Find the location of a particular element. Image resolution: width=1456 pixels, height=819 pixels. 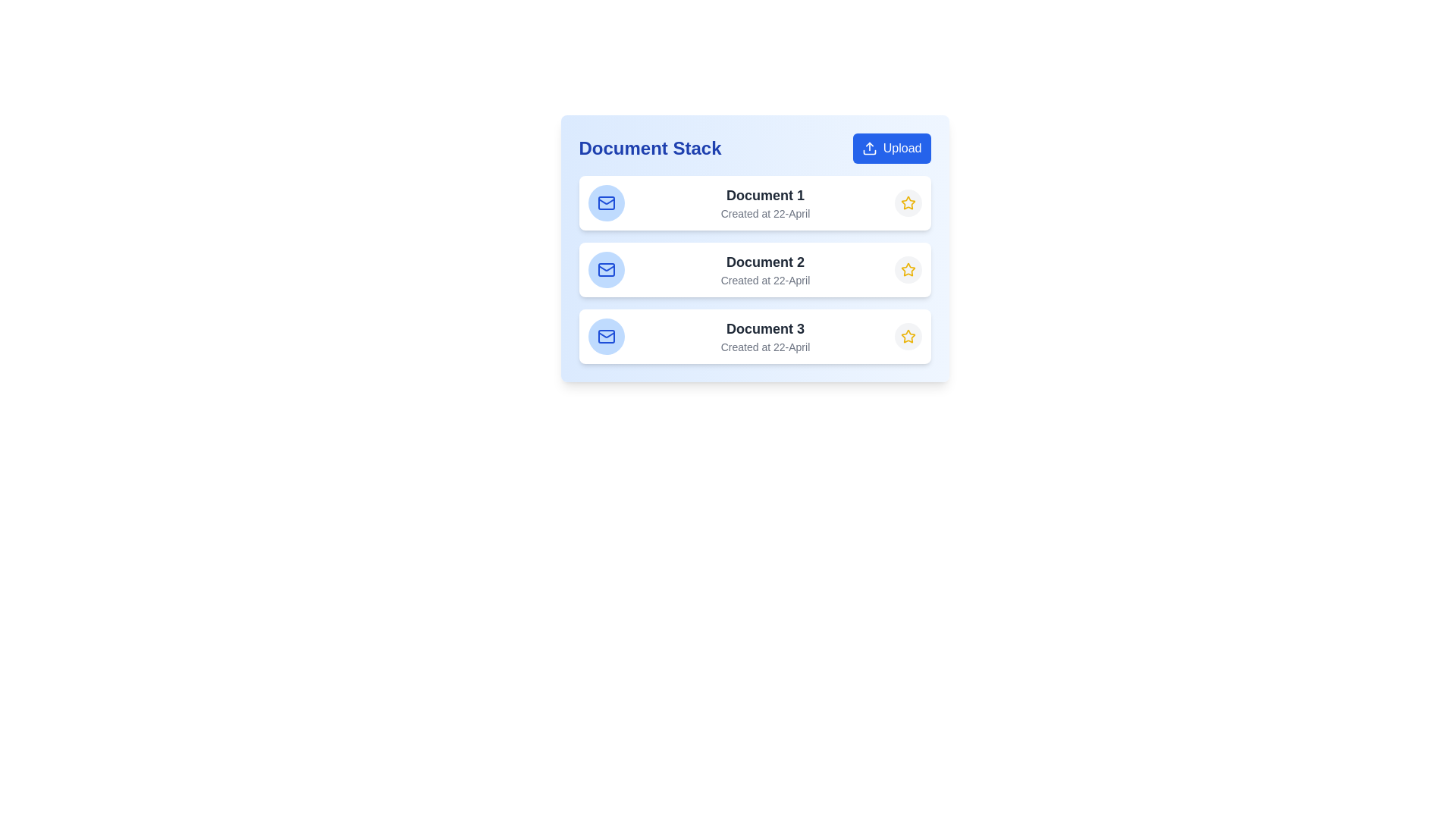

displayed text 'Created at 22-April' from the text label located beneath the title 'Document 3' in the Document Stack section is located at coordinates (765, 347).